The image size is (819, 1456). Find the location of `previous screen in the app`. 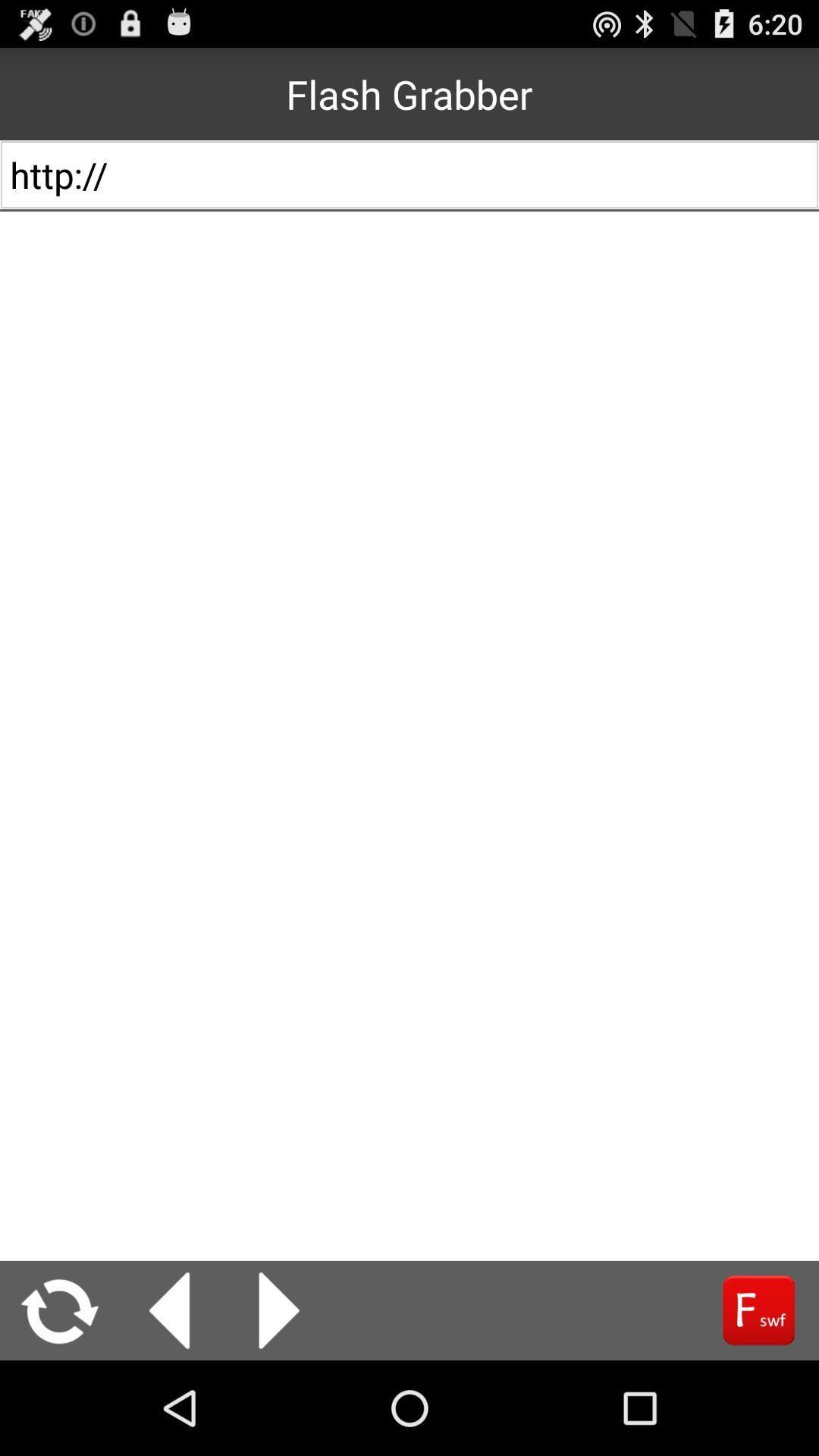

previous screen in the app is located at coordinates (169, 1310).